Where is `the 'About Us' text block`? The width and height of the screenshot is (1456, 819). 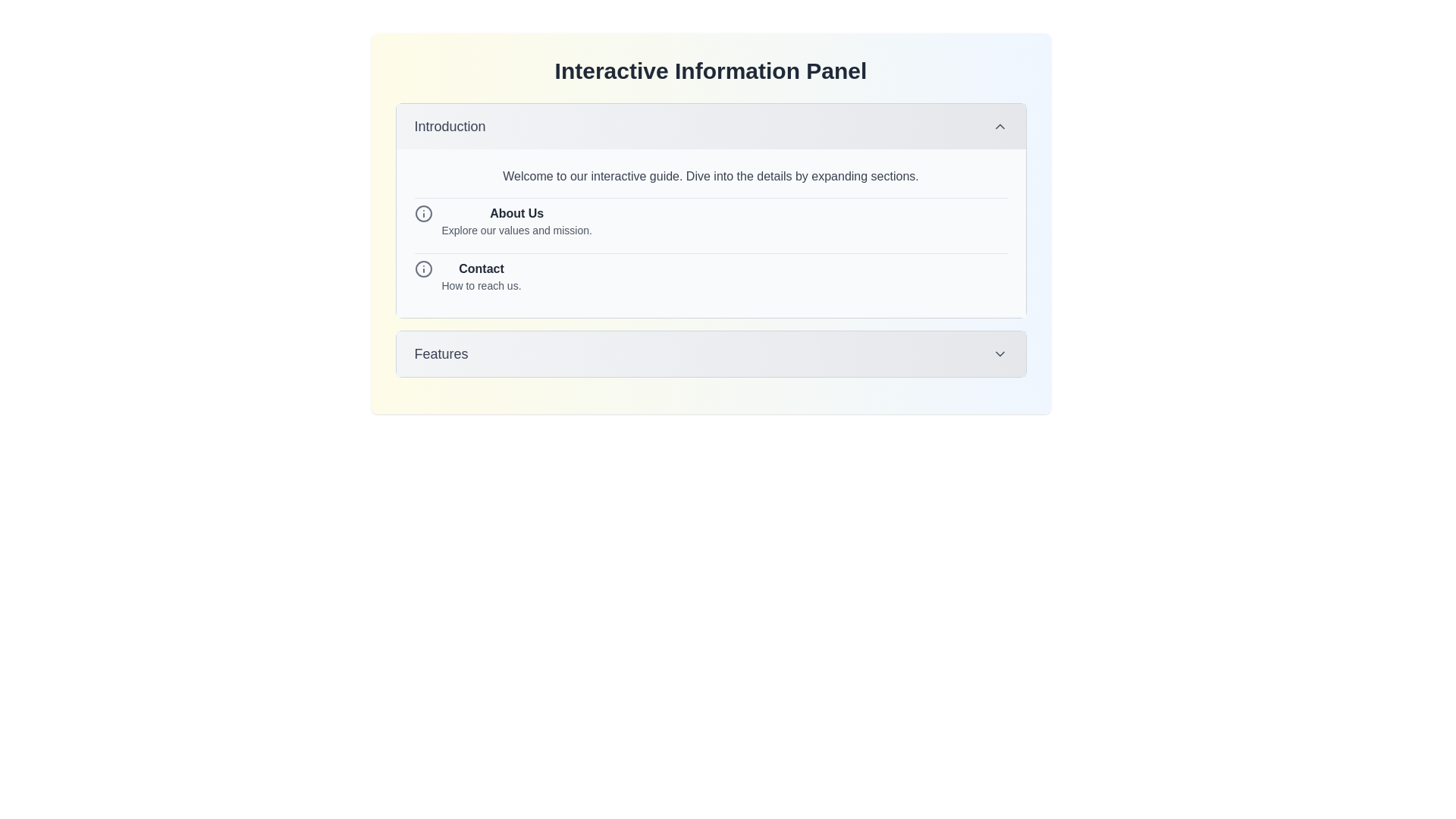
the 'About Us' text block is located at coordinates (516, 221).